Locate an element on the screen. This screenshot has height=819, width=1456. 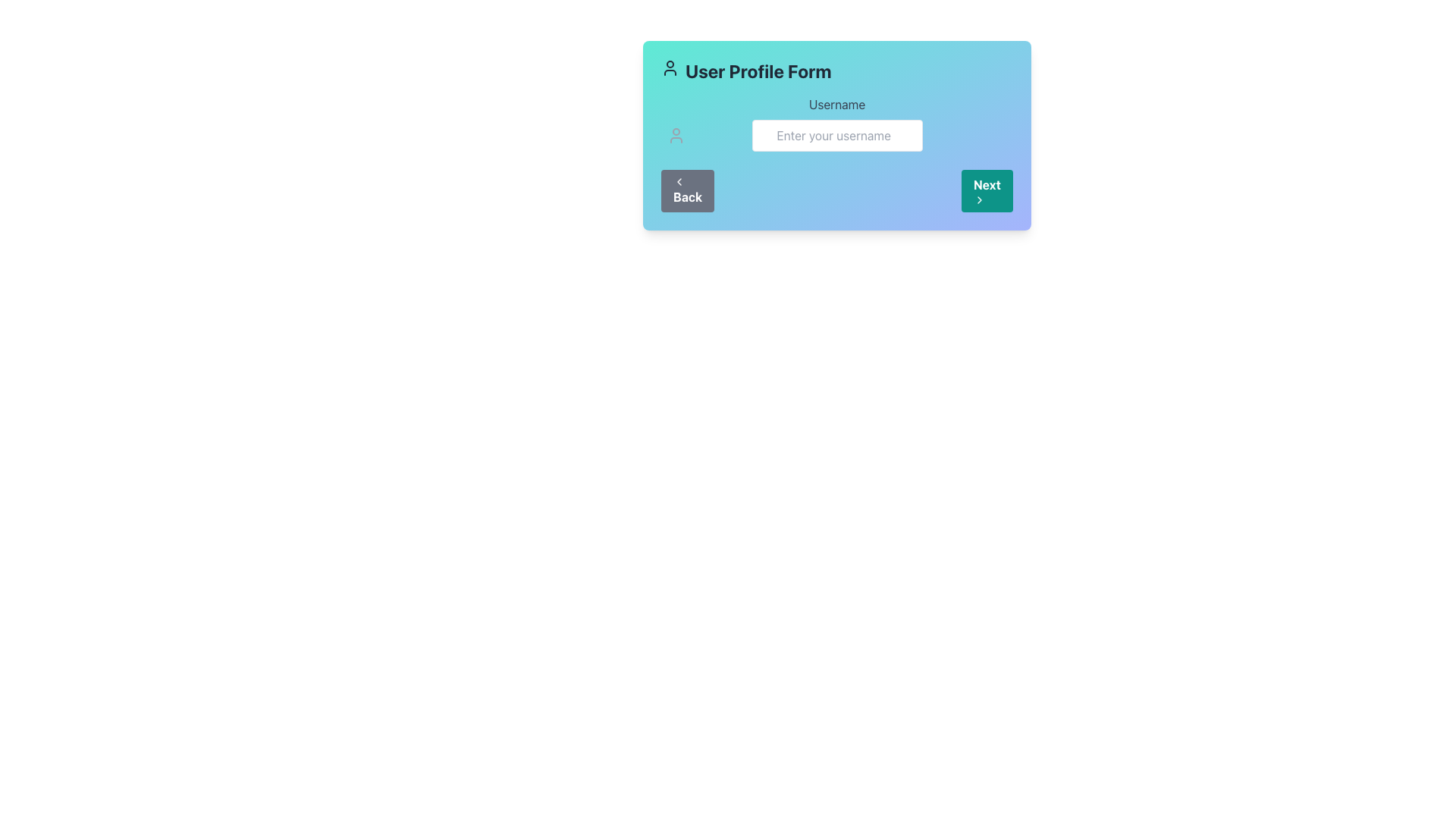
the 'Username' text input box, which has a light blue background and a placeholder 'Enter your username', to focus on it is located at coordinates (836, 122).